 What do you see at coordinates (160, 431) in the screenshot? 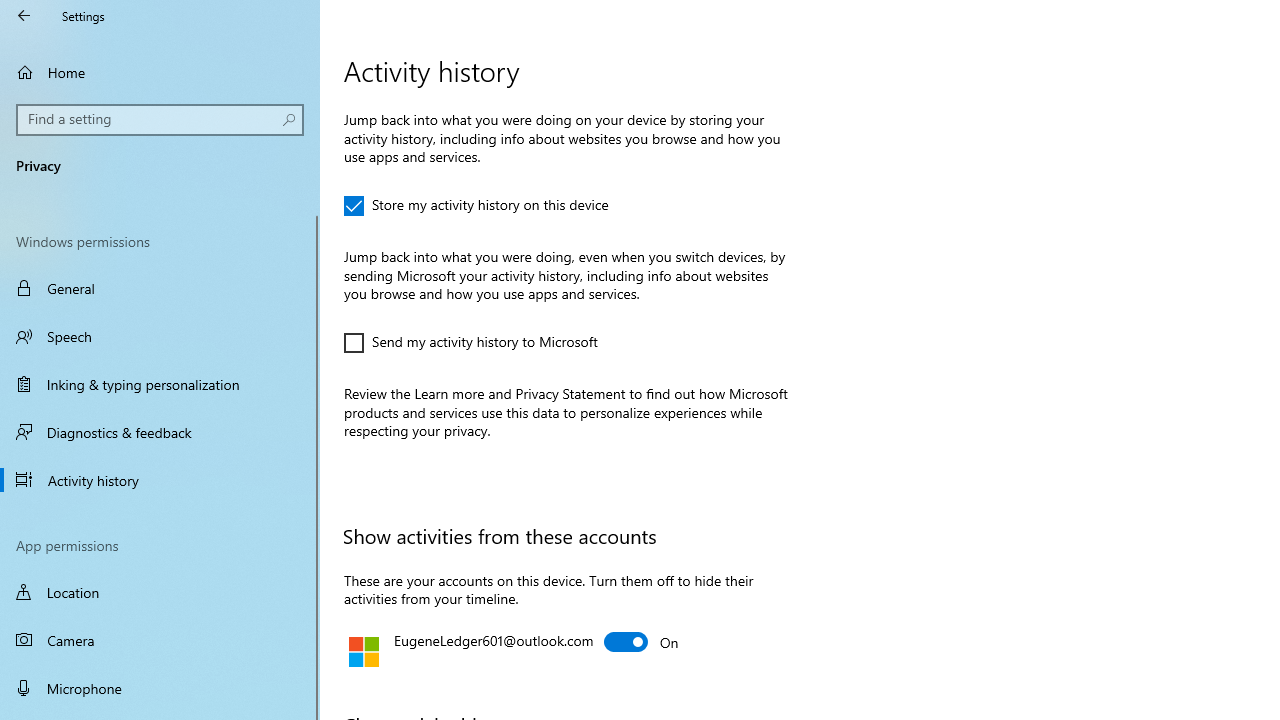
I see `'Diagnostics & feedback'` at bounding box center [160, 431].